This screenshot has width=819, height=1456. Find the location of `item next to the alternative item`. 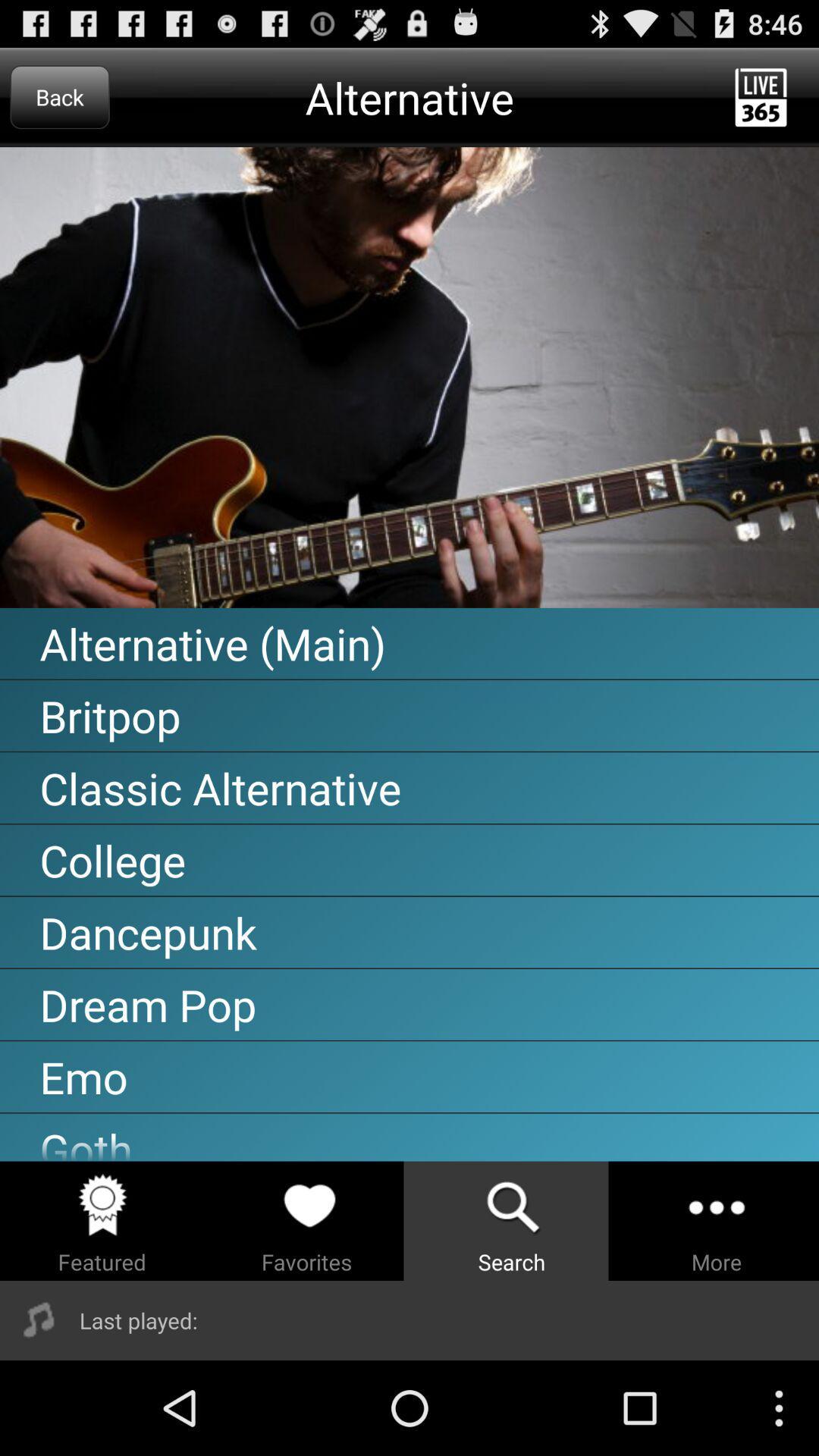

item next to the alternative item is located at coordinates (59, 96).